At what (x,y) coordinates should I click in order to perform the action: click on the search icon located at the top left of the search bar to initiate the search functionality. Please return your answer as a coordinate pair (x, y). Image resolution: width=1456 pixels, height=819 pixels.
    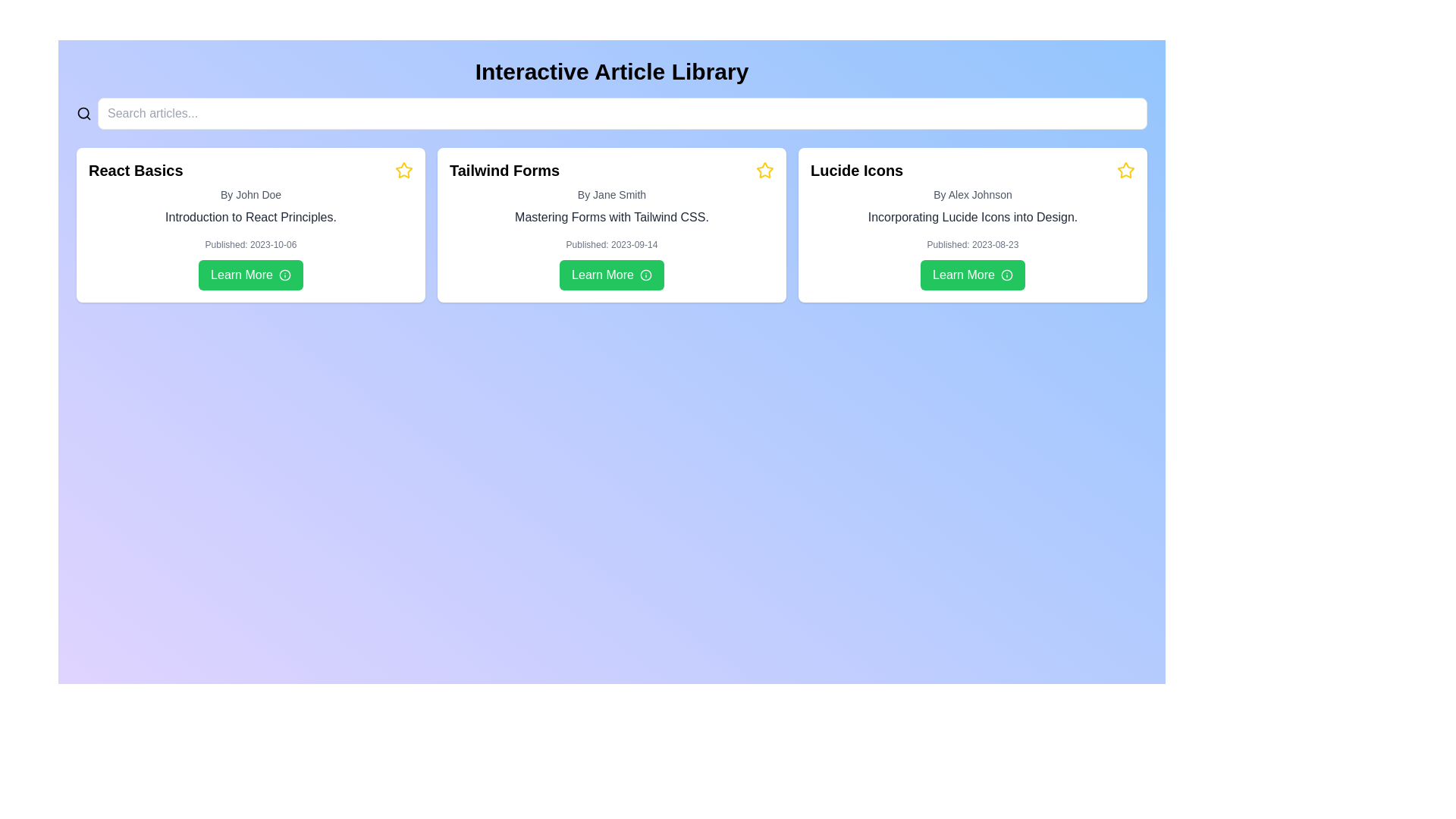
    Looking at the image, I should click on (83, 113).